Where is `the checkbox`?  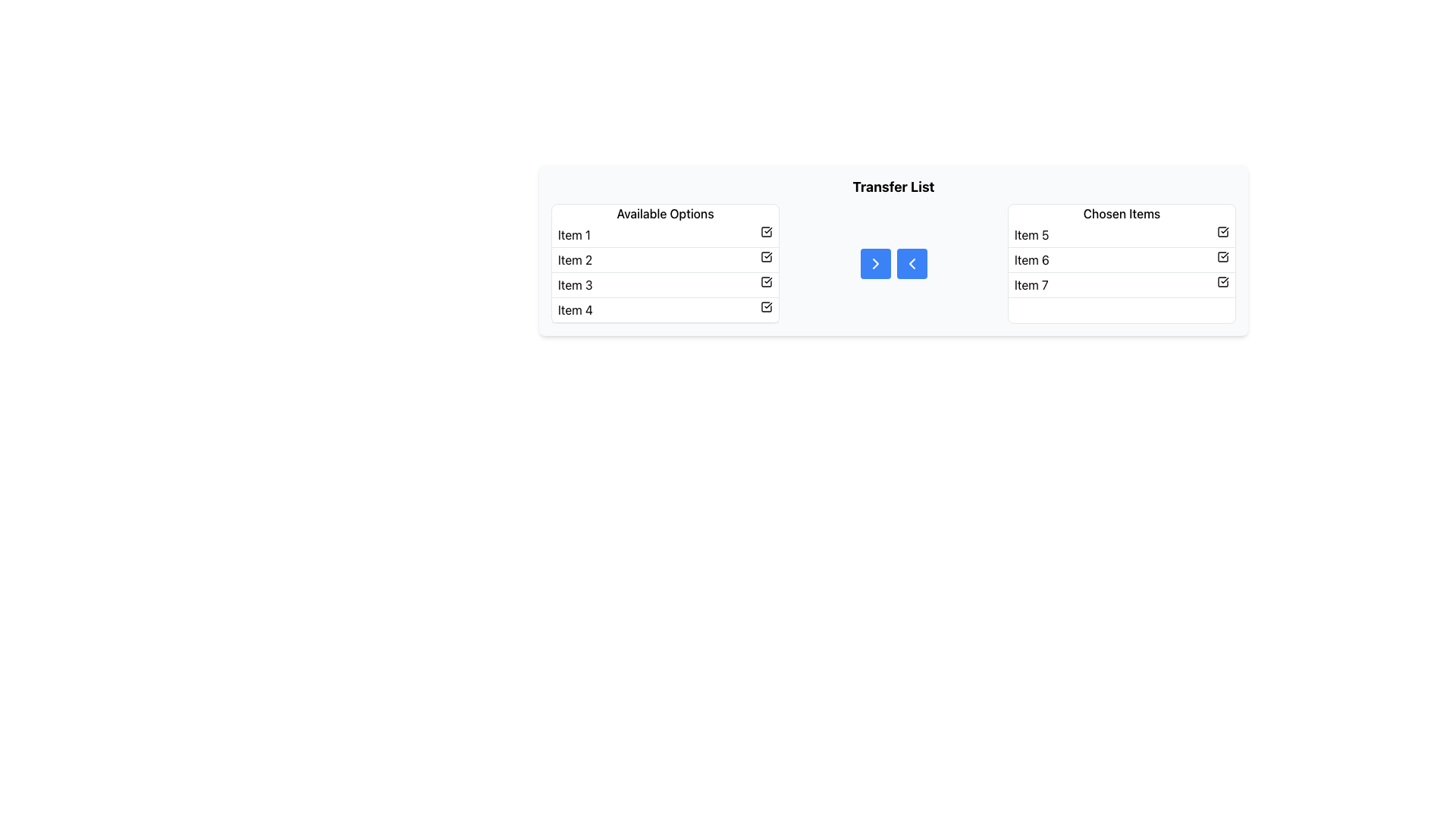
the checkbox is located at coordinates (1122, 259).